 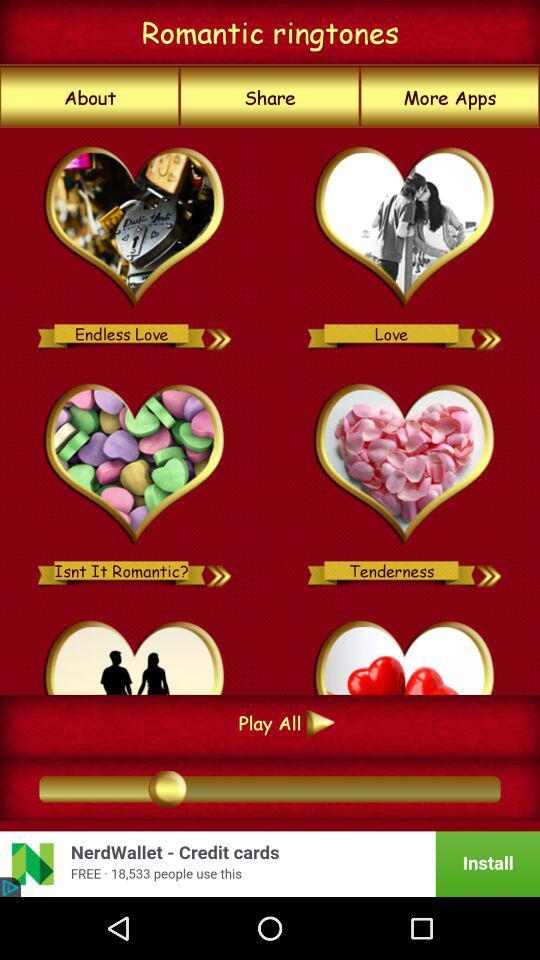 I want to click on is n't it romantic, so click(x=135, y=465).